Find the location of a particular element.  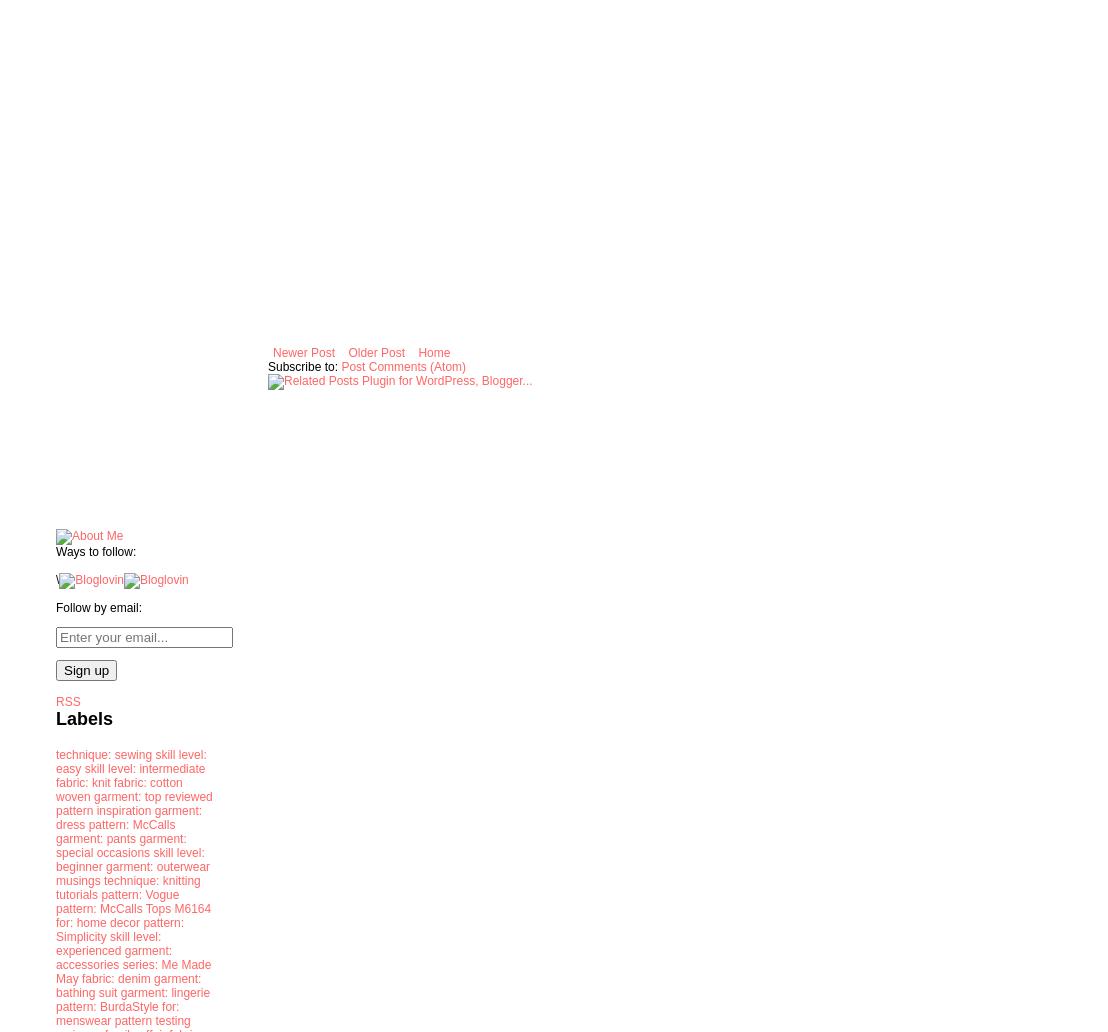

'Labels' is located at coordinates (83, 716).